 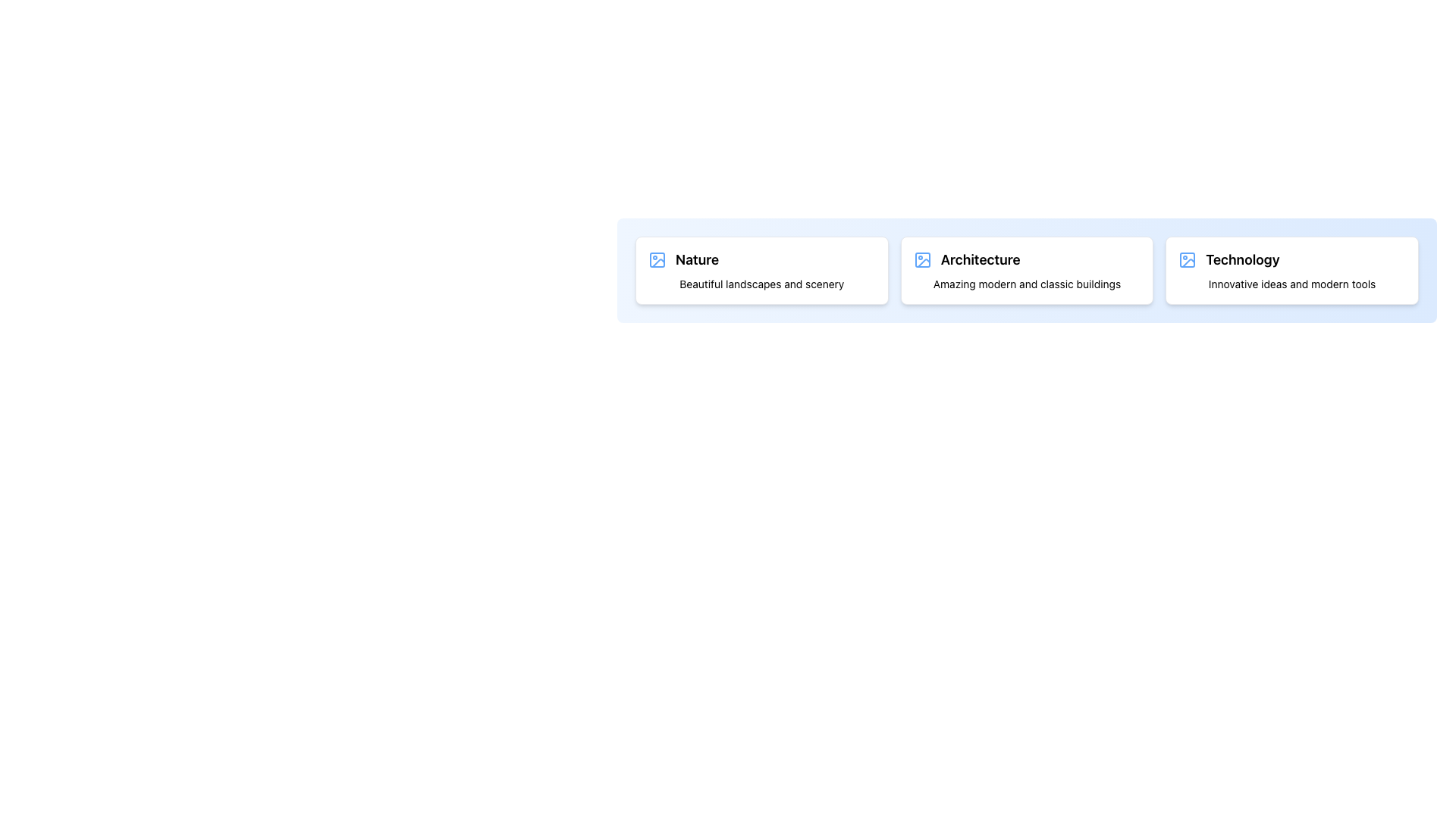 What do you see at coordinates (1187, 259) in the screenshot?
I see `the blue photo frame icon located to the left of the 'Technology' label within the 'Technology' card` at bounding box center [1187, 259].